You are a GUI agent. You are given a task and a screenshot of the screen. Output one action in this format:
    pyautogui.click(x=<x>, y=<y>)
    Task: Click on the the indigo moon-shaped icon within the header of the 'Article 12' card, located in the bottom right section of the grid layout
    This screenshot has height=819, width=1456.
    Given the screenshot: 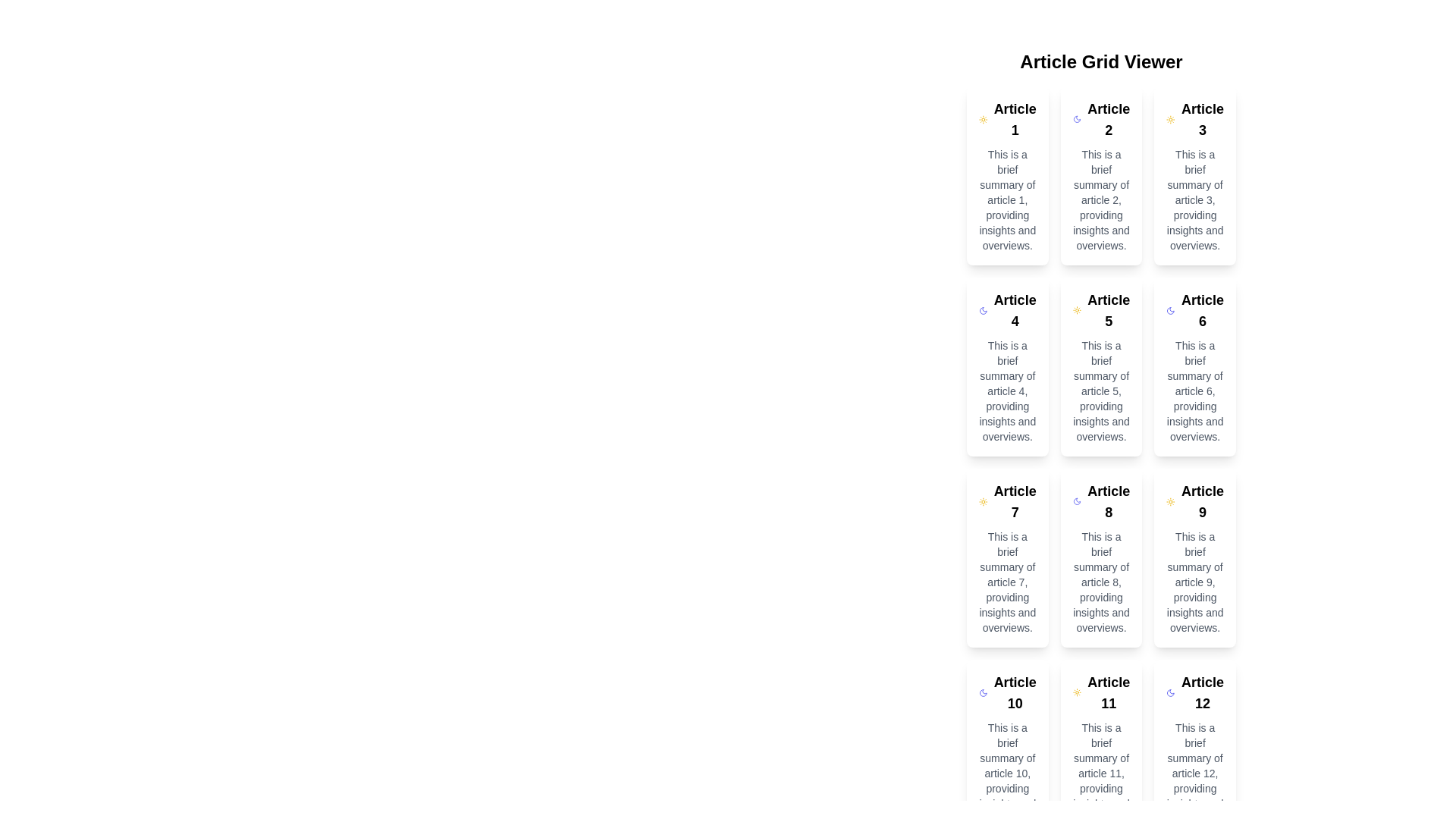 What is the action you would take?
    pyautogui.click(x=1170, y=693)
    